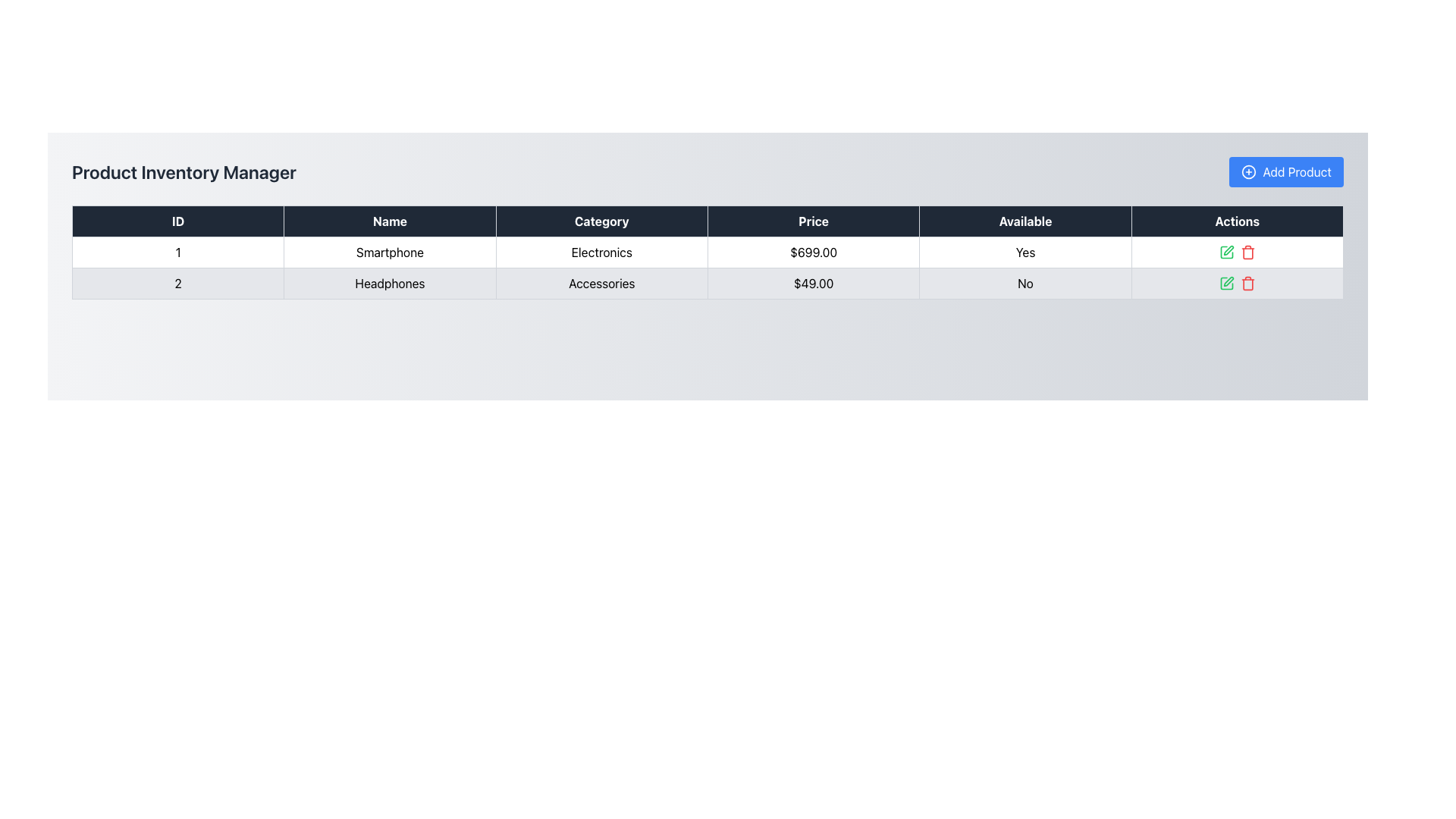 Image resolution: width=1456 pixels, height=819 pixels. Describe the element at coordinates (1025, 221) in the screenshot. I see `text from the Table Header Cell labeled 'Available', which is styled with a dark background and white text, located as the fifth column in the header row of the table` at that location.